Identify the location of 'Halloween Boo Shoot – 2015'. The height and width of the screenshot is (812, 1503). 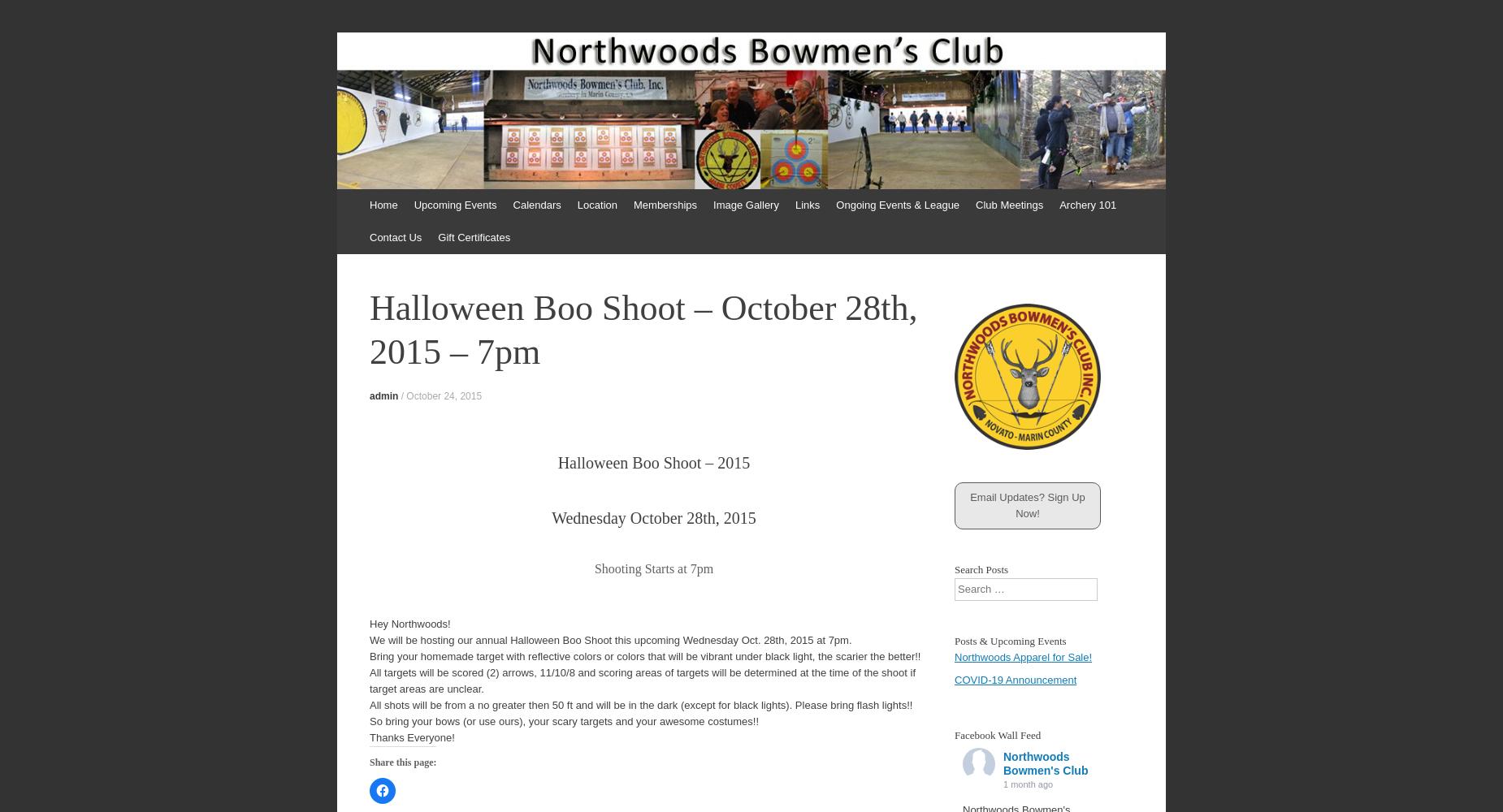
(653, 461).